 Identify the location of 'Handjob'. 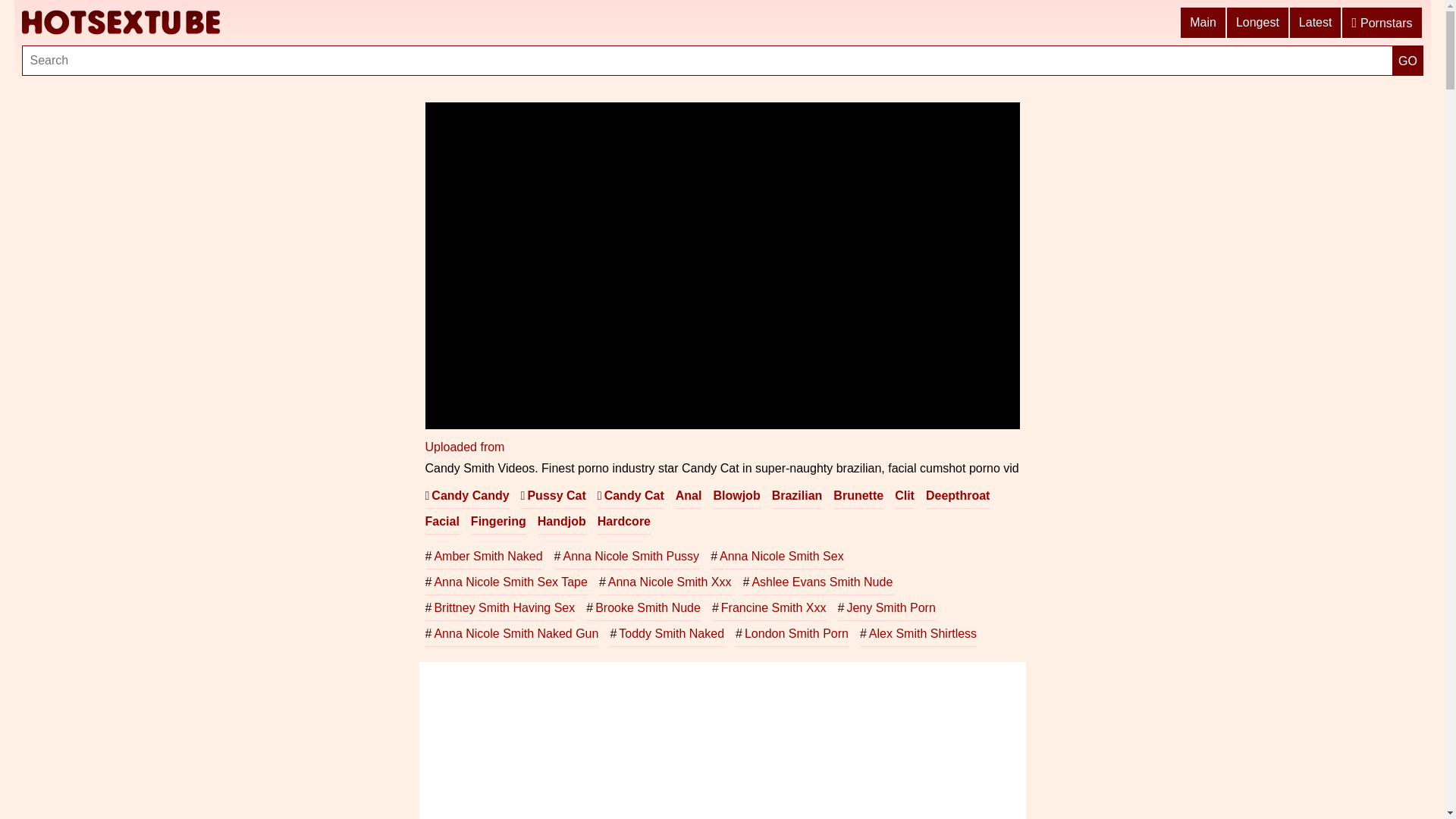
(538, 520).